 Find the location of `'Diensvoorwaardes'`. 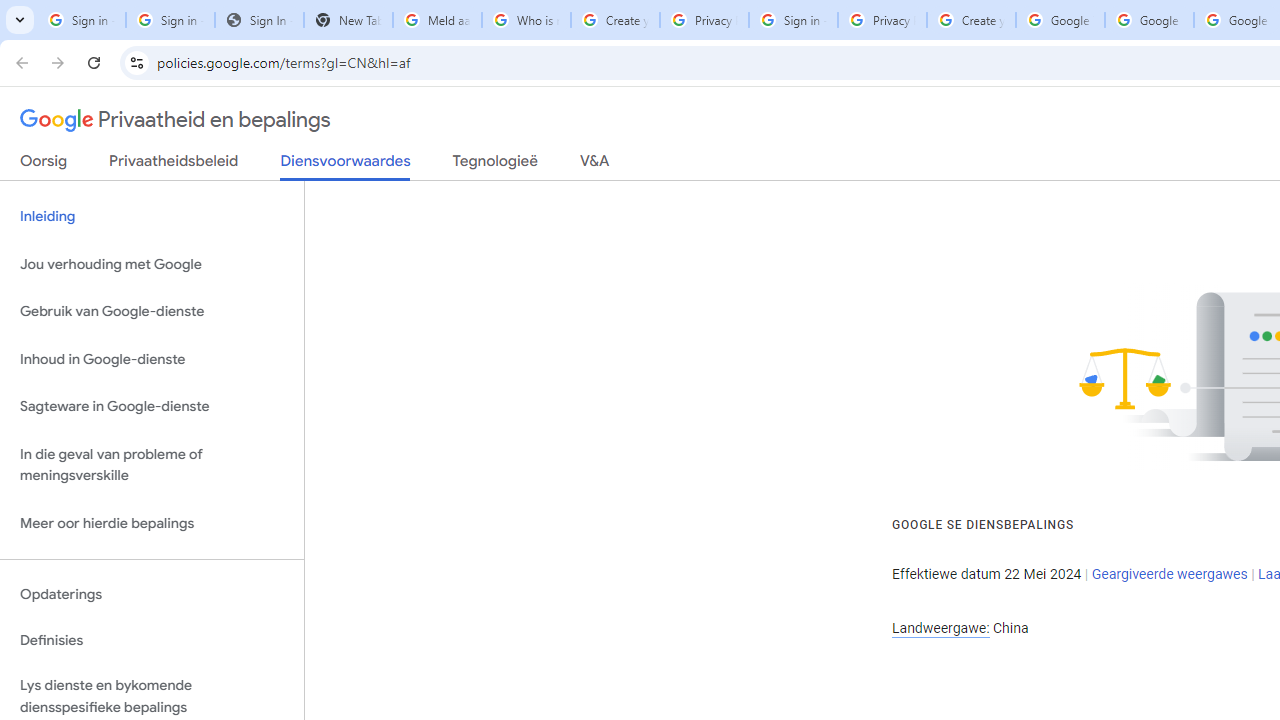

'Diensvoorwaardes' is located at coordinates (345, 165).